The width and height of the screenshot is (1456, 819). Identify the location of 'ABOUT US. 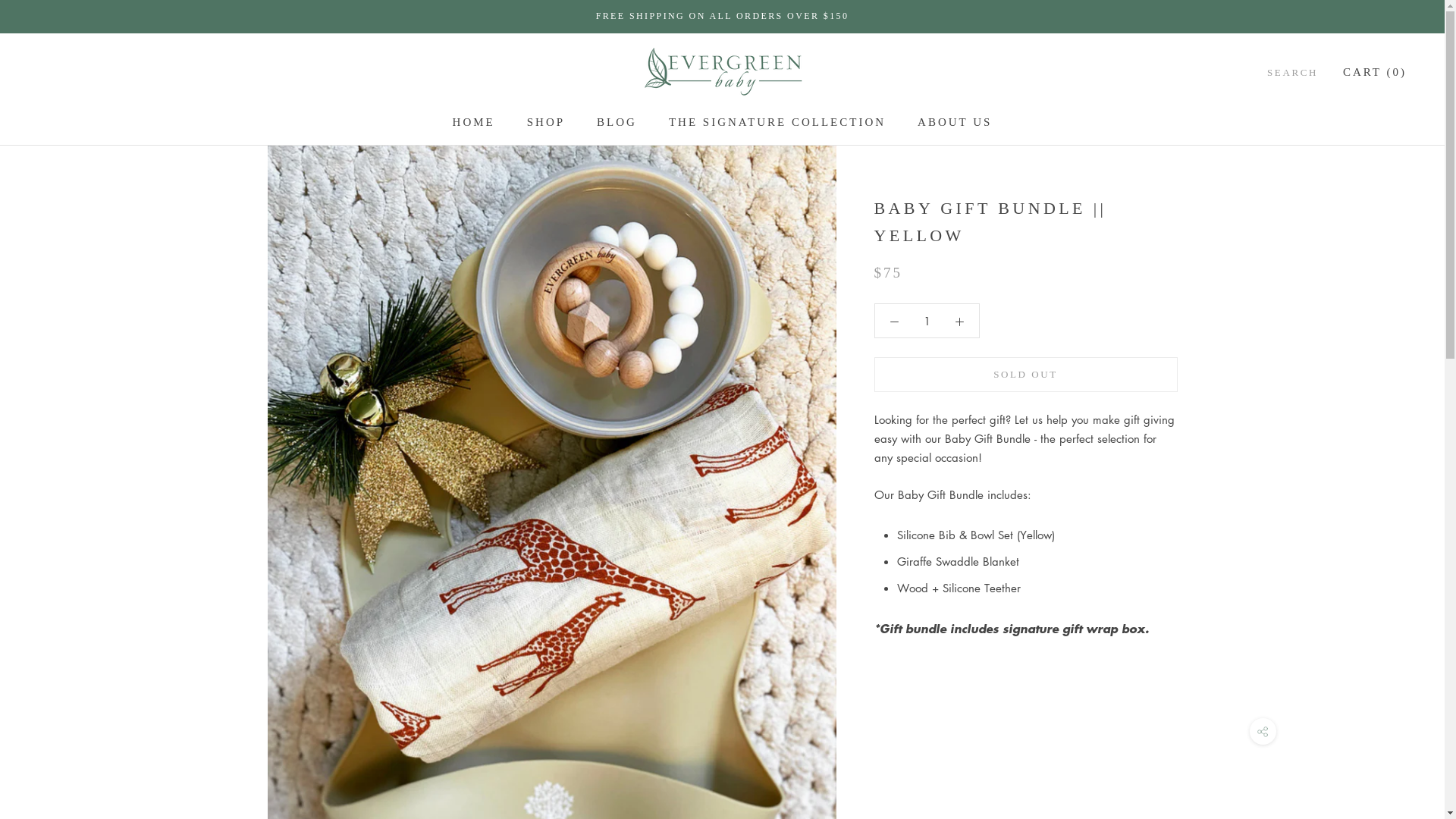
(953, 121).